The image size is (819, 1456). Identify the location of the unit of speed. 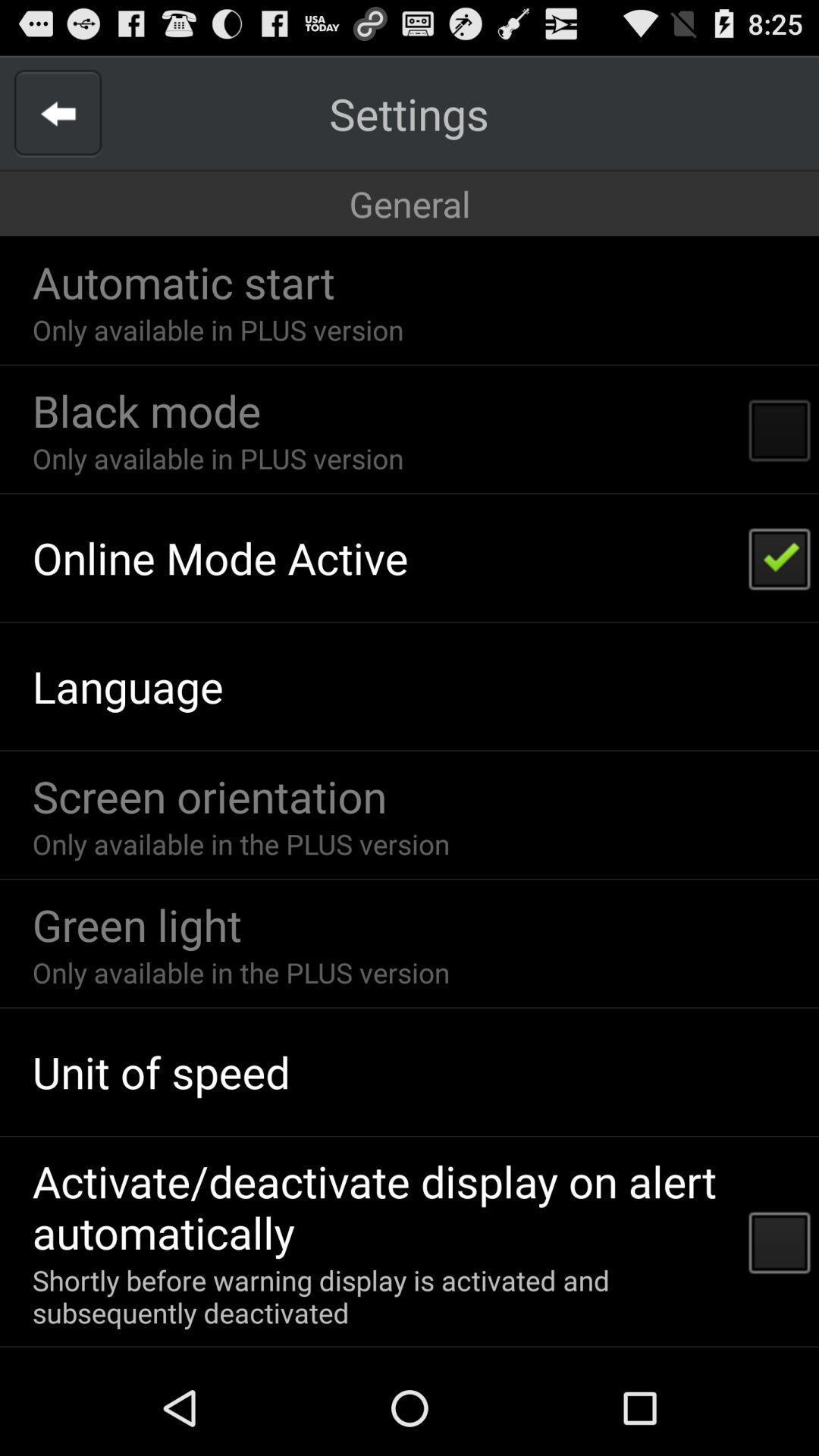
(161, 1071).